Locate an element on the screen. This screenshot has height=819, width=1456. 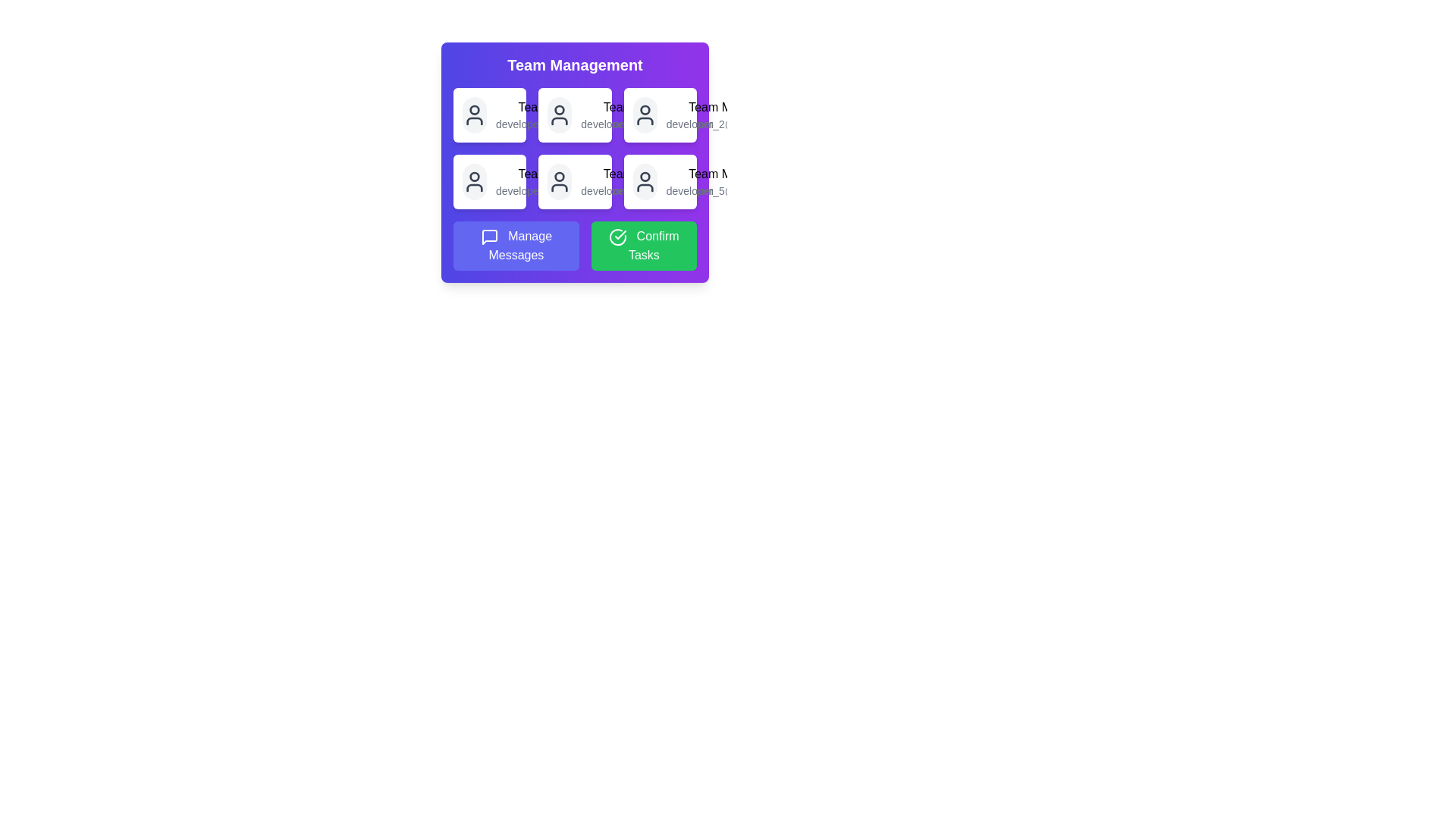
the informational card displaying team member details, located at the bottom-center of the grid layout is located at coordinates (574, 180).